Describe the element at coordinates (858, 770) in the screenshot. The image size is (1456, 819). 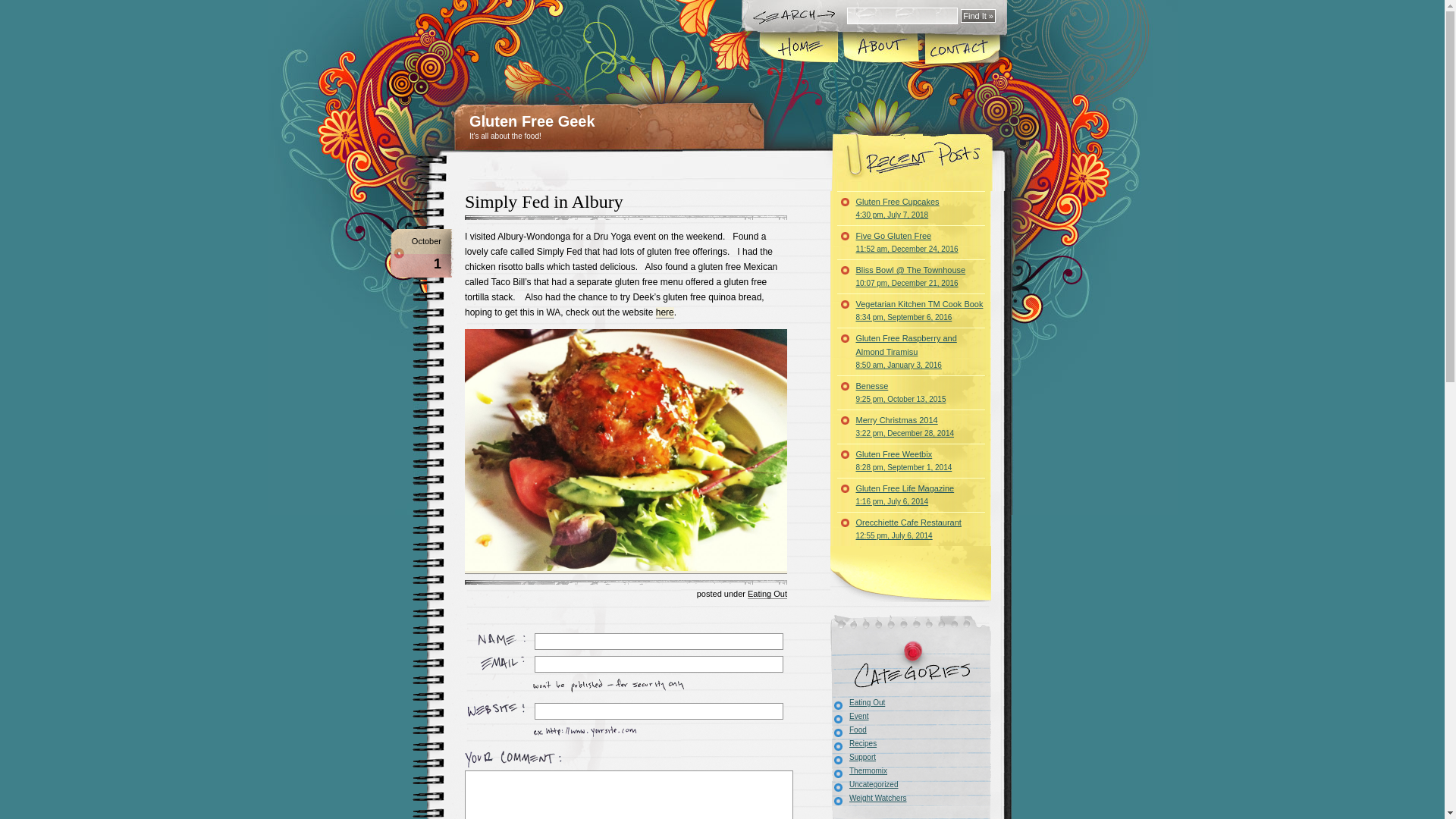
I see `'Thermomix'` at that location.